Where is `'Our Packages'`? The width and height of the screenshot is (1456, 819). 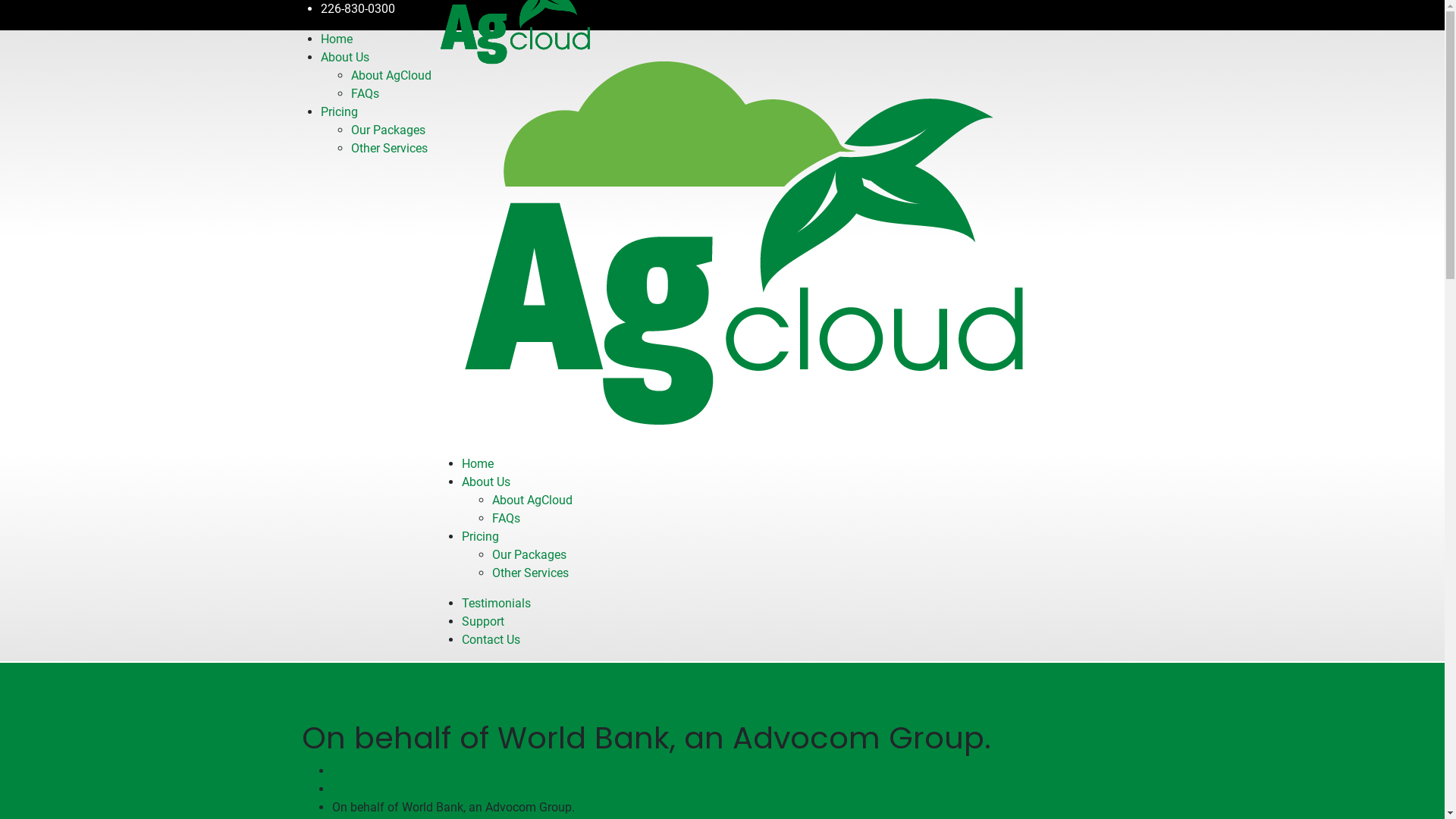 'Our Packages' is located at coordinates (387, 129).